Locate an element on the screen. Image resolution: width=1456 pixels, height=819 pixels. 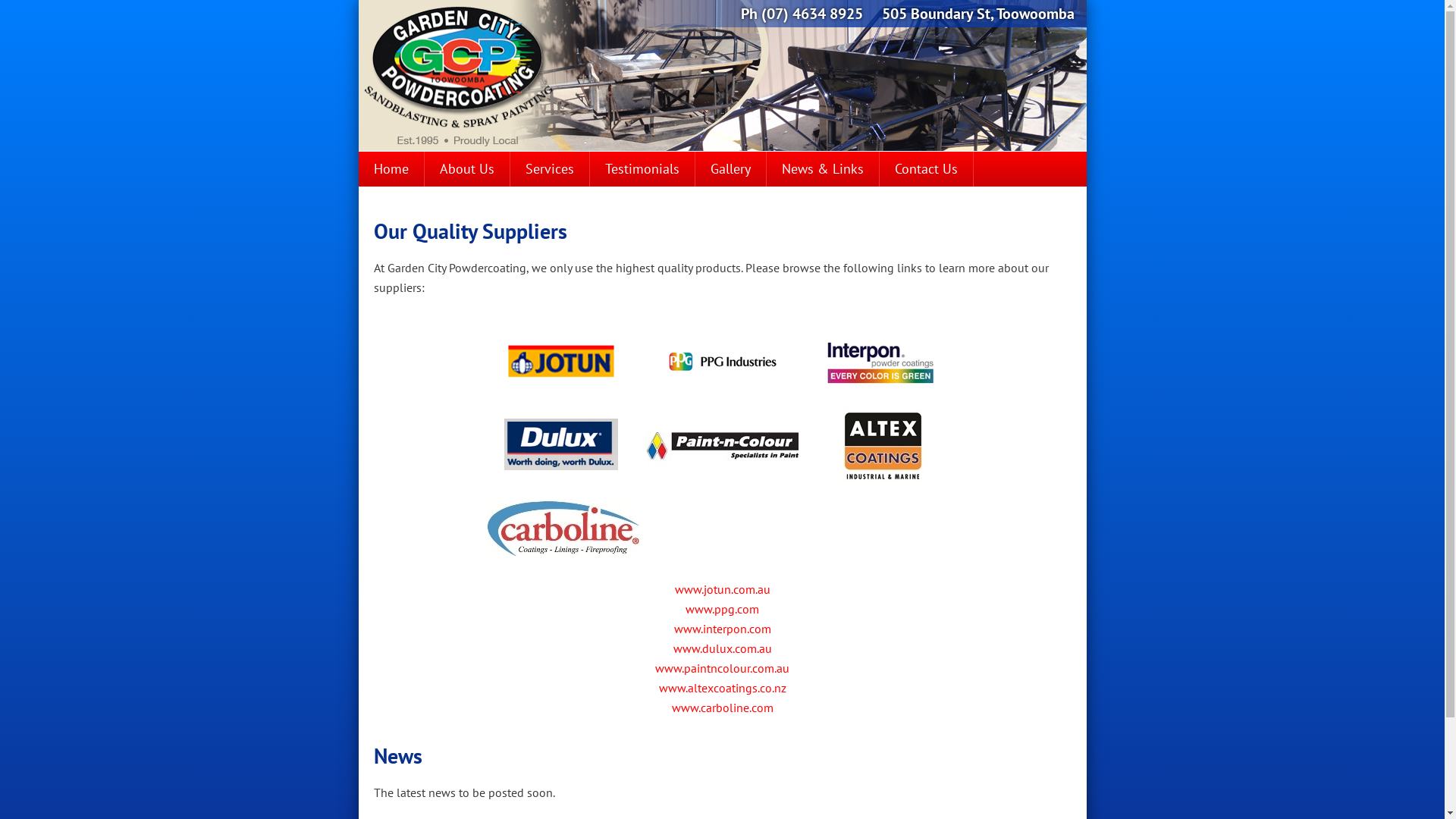
'(07) 4634 8925' is located at coordinates (811, 14).